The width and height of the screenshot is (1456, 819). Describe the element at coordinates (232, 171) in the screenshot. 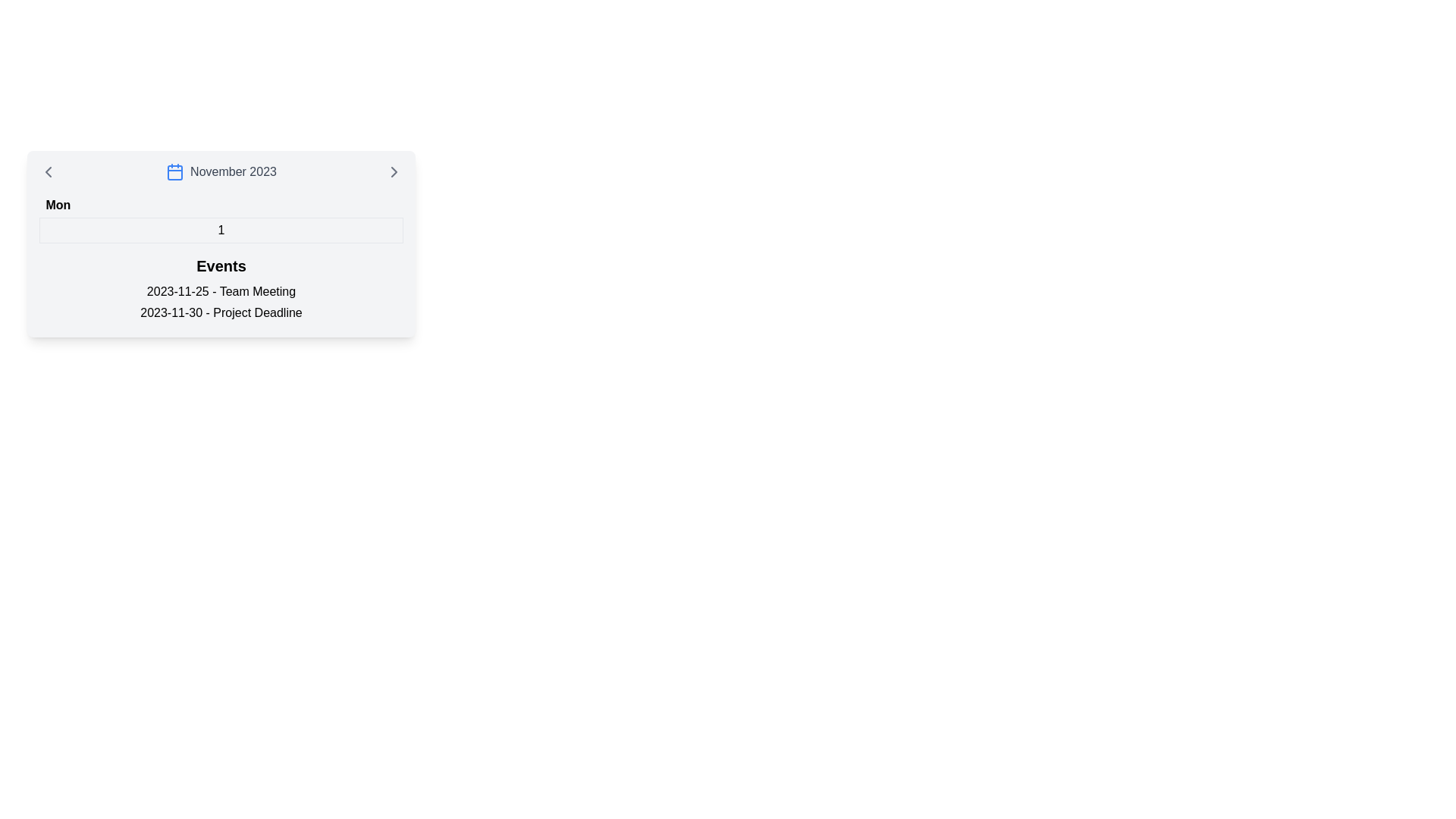

I see `the text label element displaying 'November 2023' which is located at the top section of a date selection interface, adjacent to a calendar icon` at that location.